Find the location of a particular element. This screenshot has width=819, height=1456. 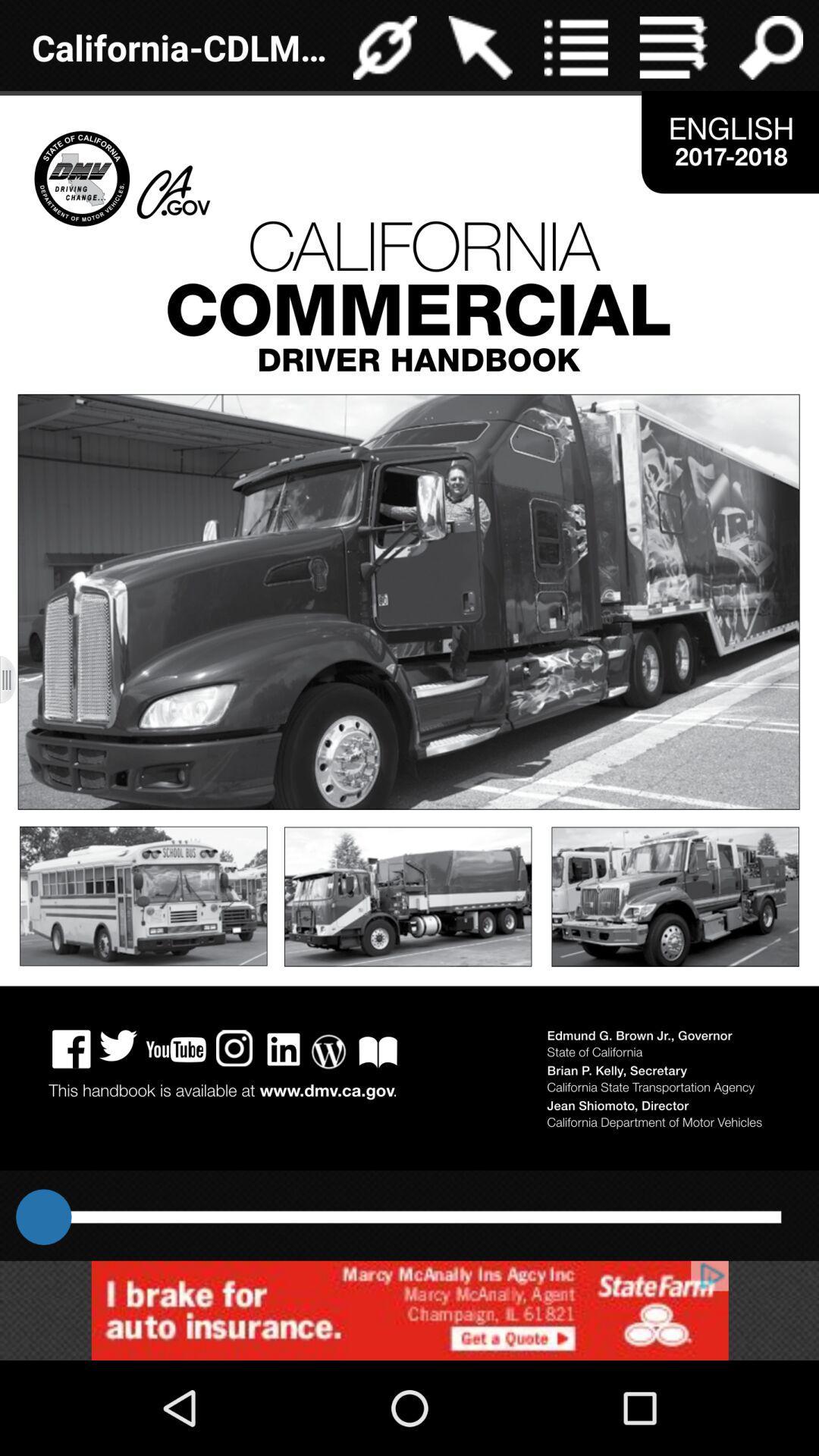

advertisement area is located at coordinates (409, 1310).